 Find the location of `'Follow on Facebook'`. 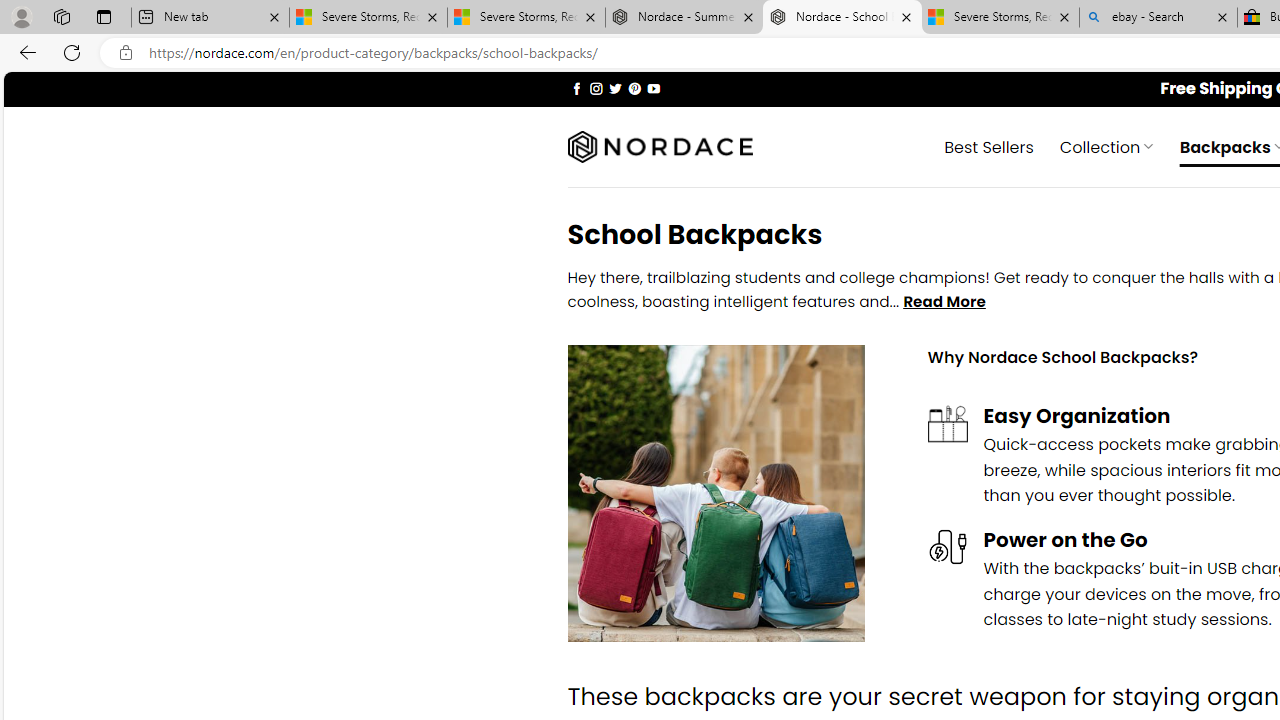

'Follow on Facebook' is located at coordinates (576, 87).